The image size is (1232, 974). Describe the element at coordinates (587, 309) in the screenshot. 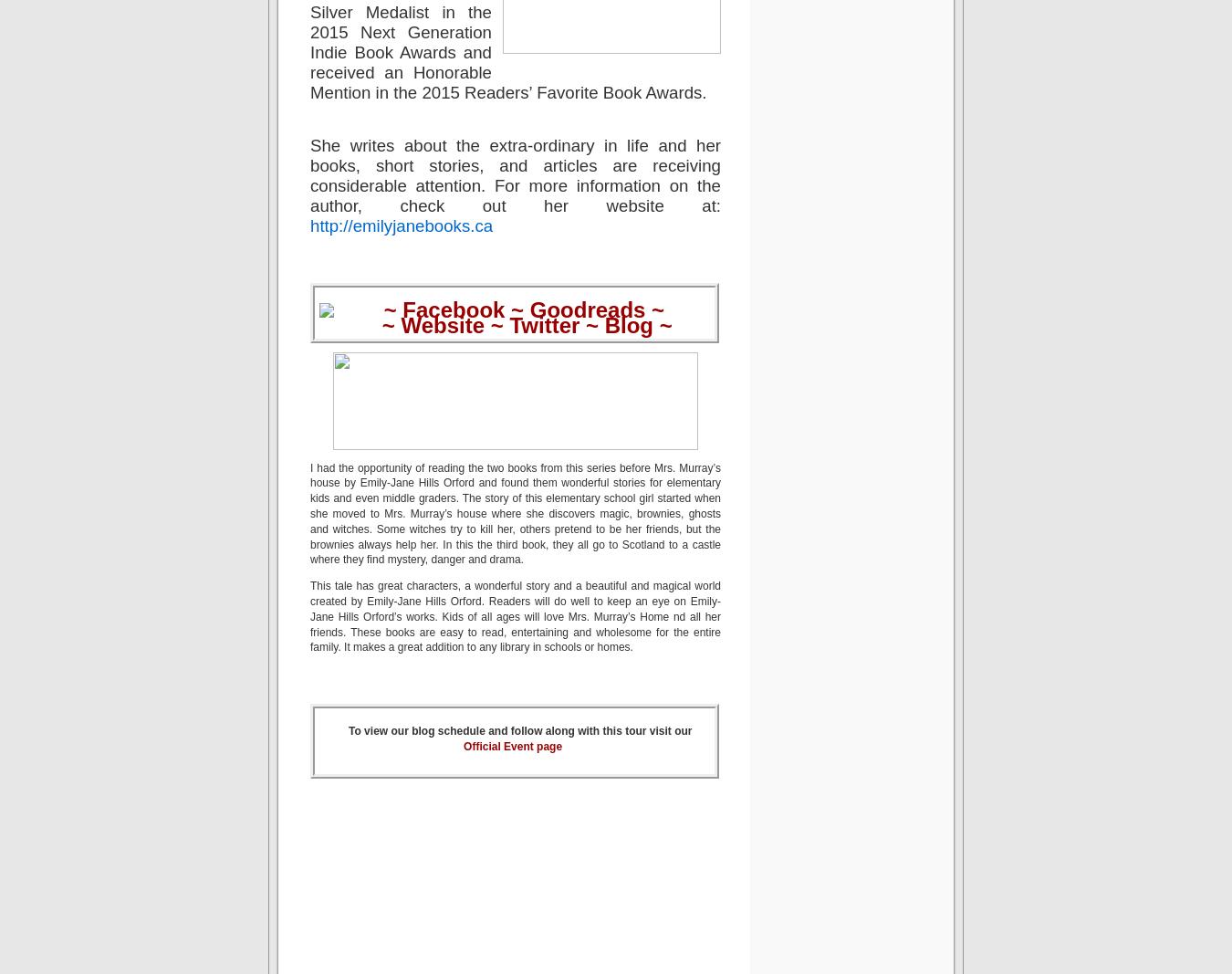

I see `'Goodreads'` at that location.